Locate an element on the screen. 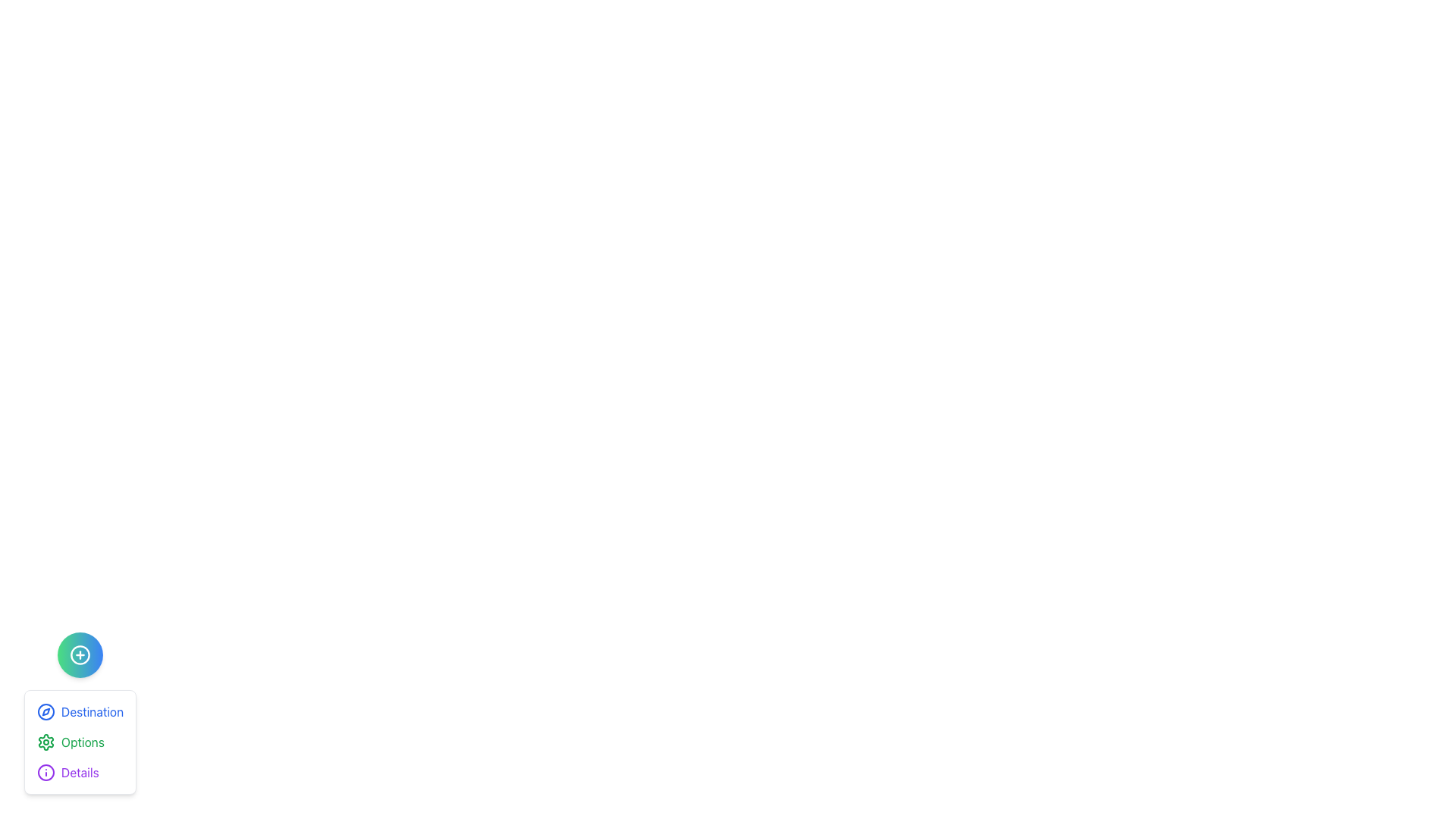 This screenshot has height=819, width=1456. the navigational icon representing the 'Destination' label, which is the first item in a vertical menu displayed below a plus button is located at coordinates (46, 711).